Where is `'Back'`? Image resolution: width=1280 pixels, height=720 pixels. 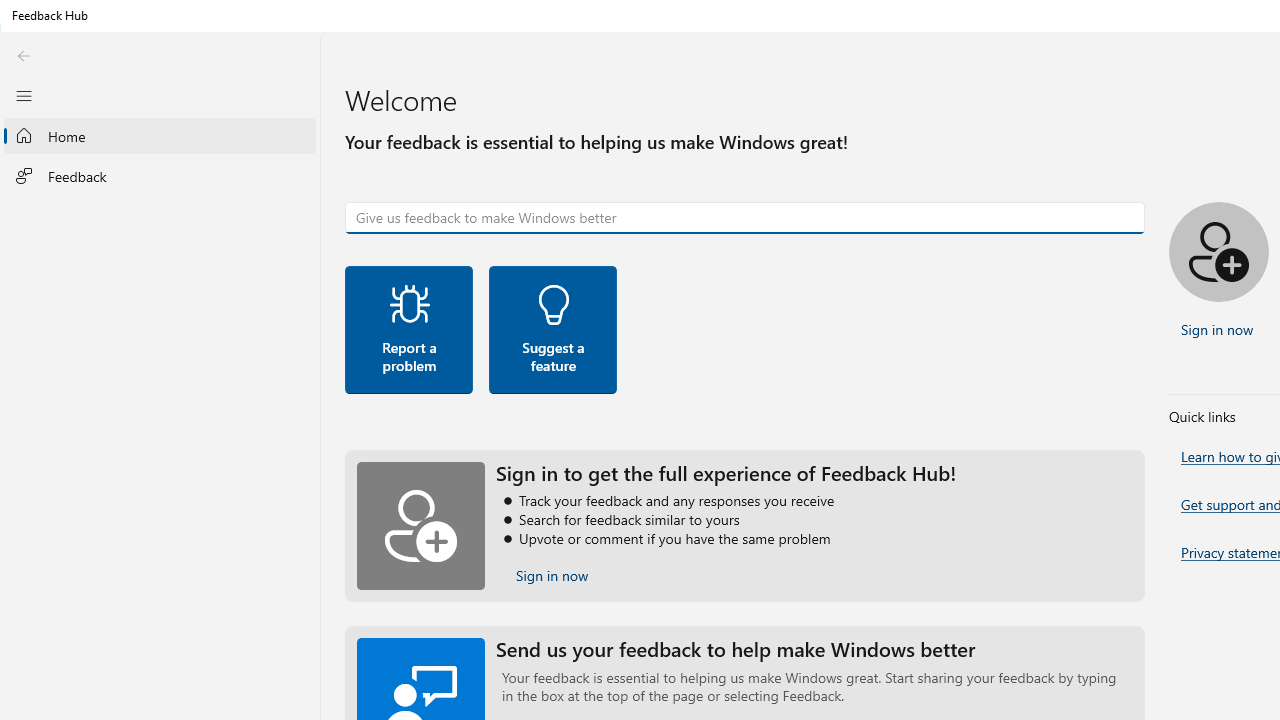
'Back' is located at coordinates (23, 55).